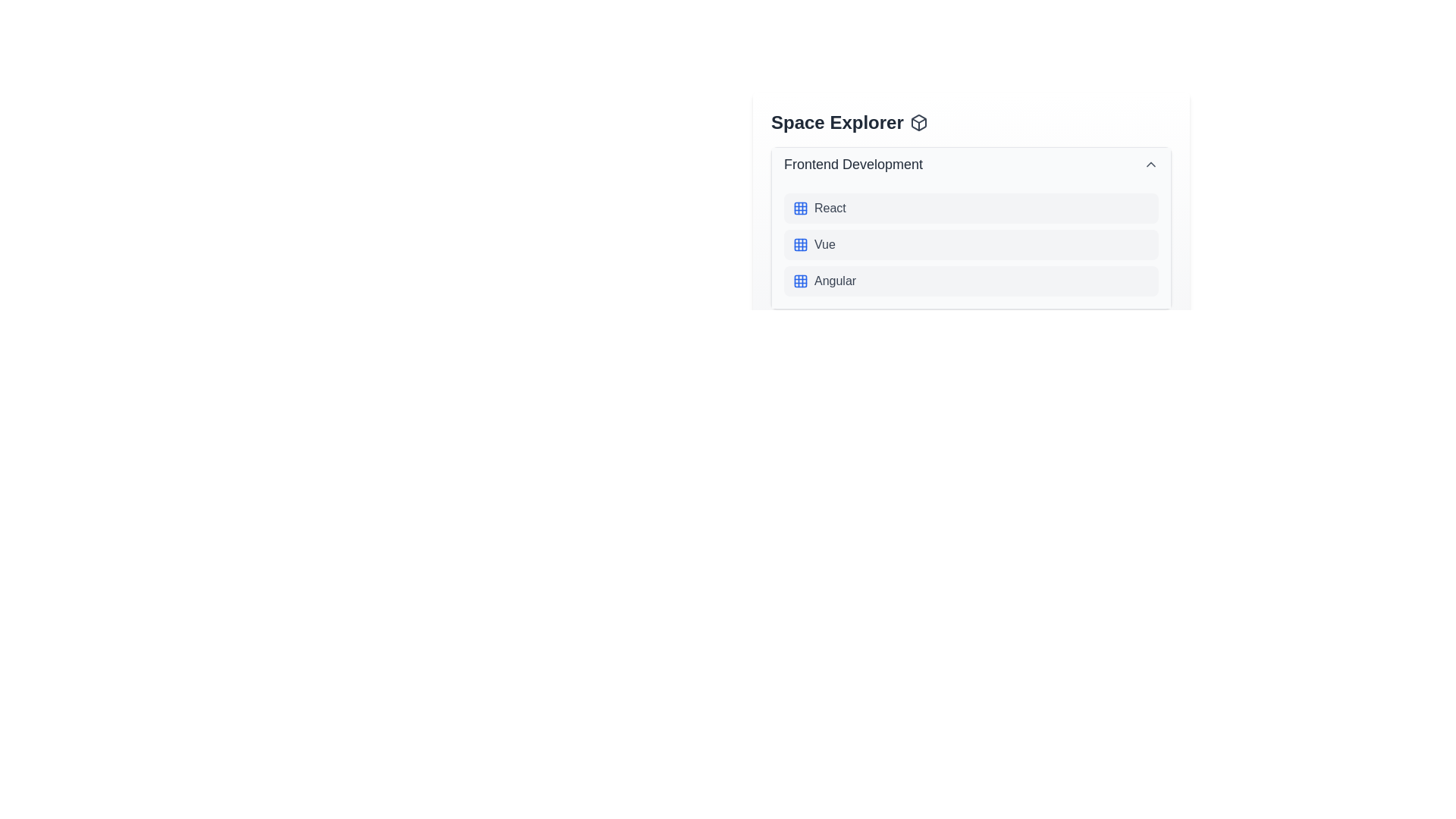 The image size is (1456, 819). I want to click on the chevron icon on the rightmost side of the 'Frontend Development' section, so click(1150, 164).